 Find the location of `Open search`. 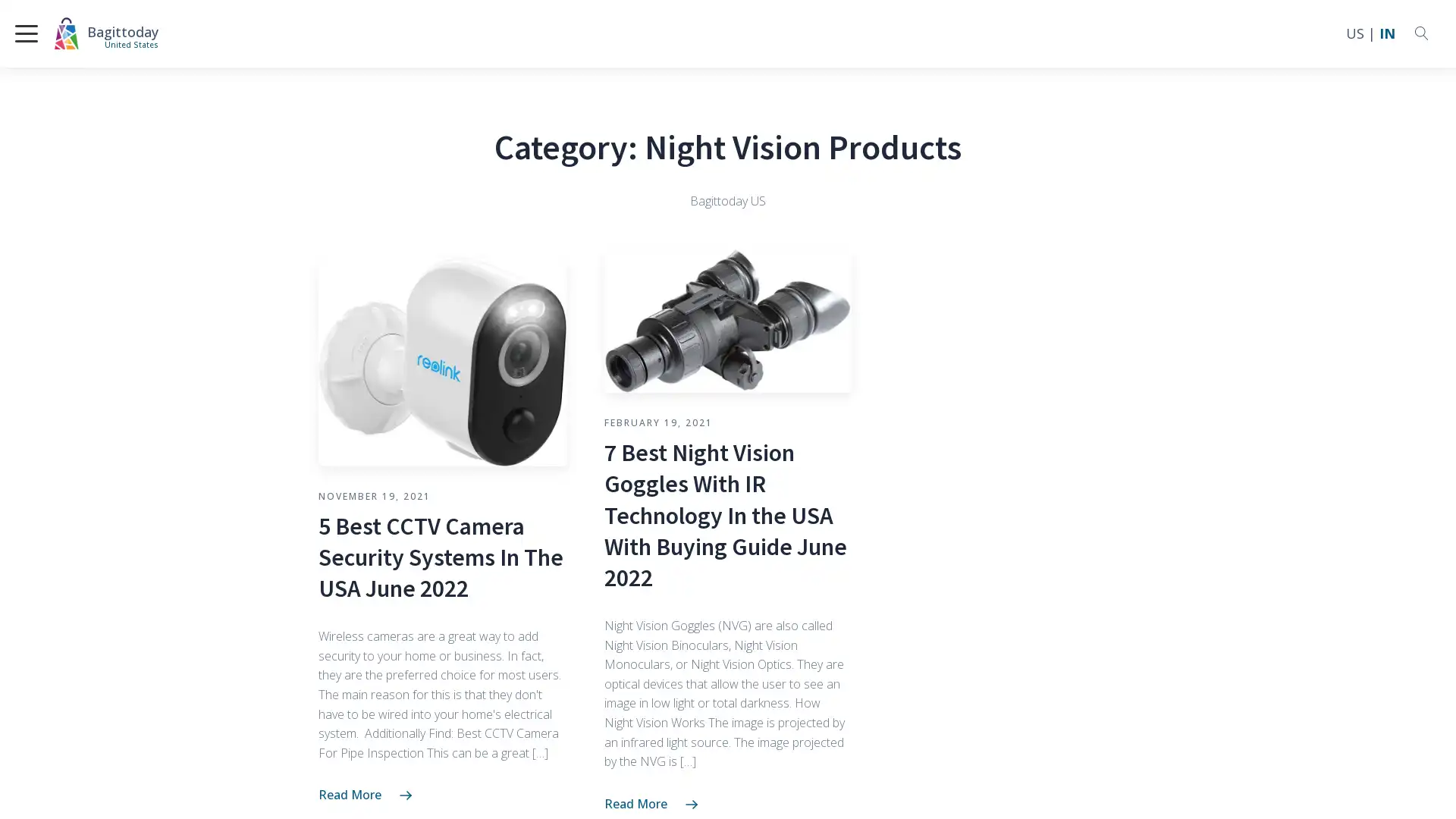

Open search is located at coordinates (1421, 33).